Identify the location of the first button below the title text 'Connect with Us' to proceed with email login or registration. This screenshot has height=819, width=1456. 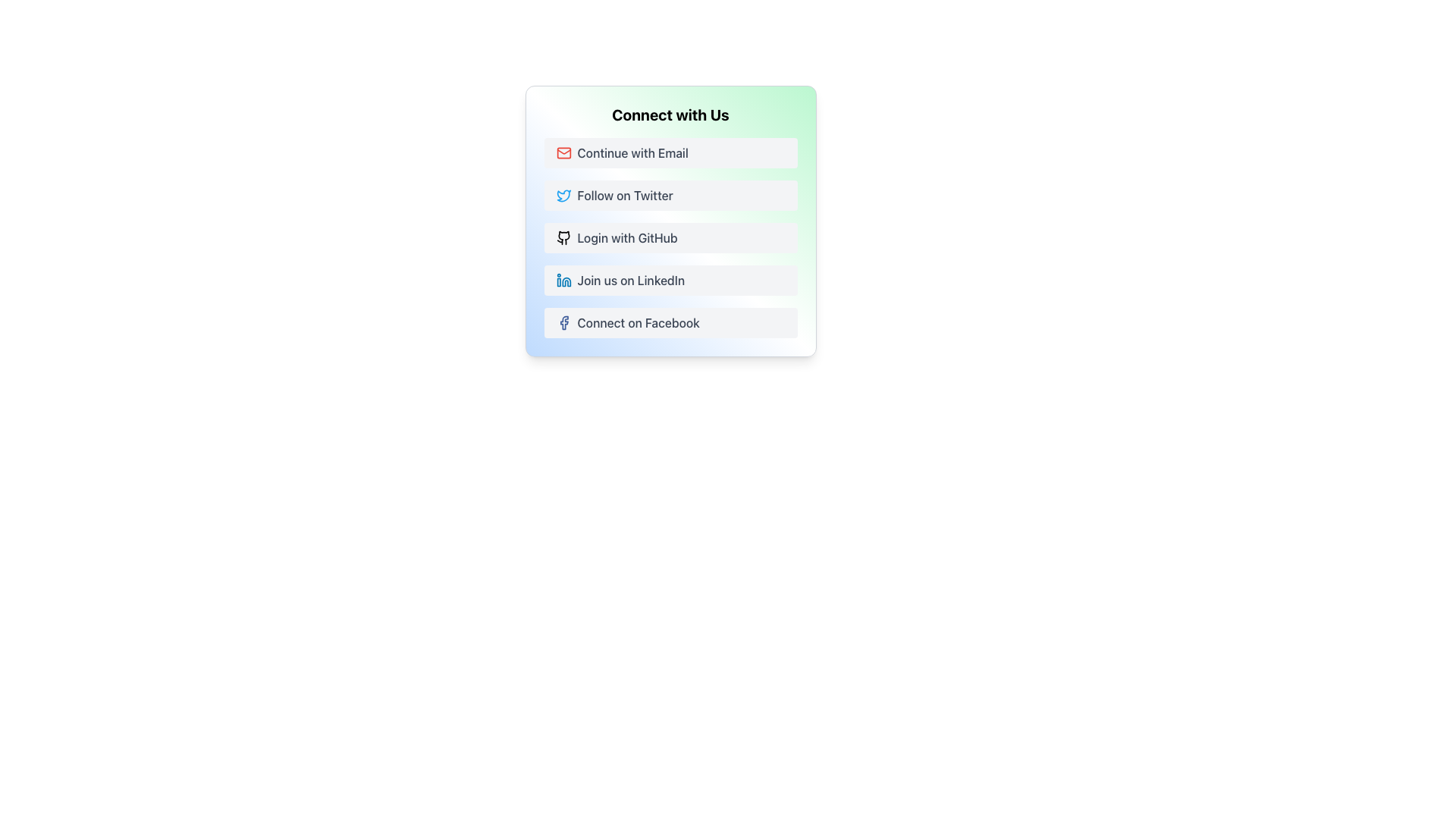
(670, 152).